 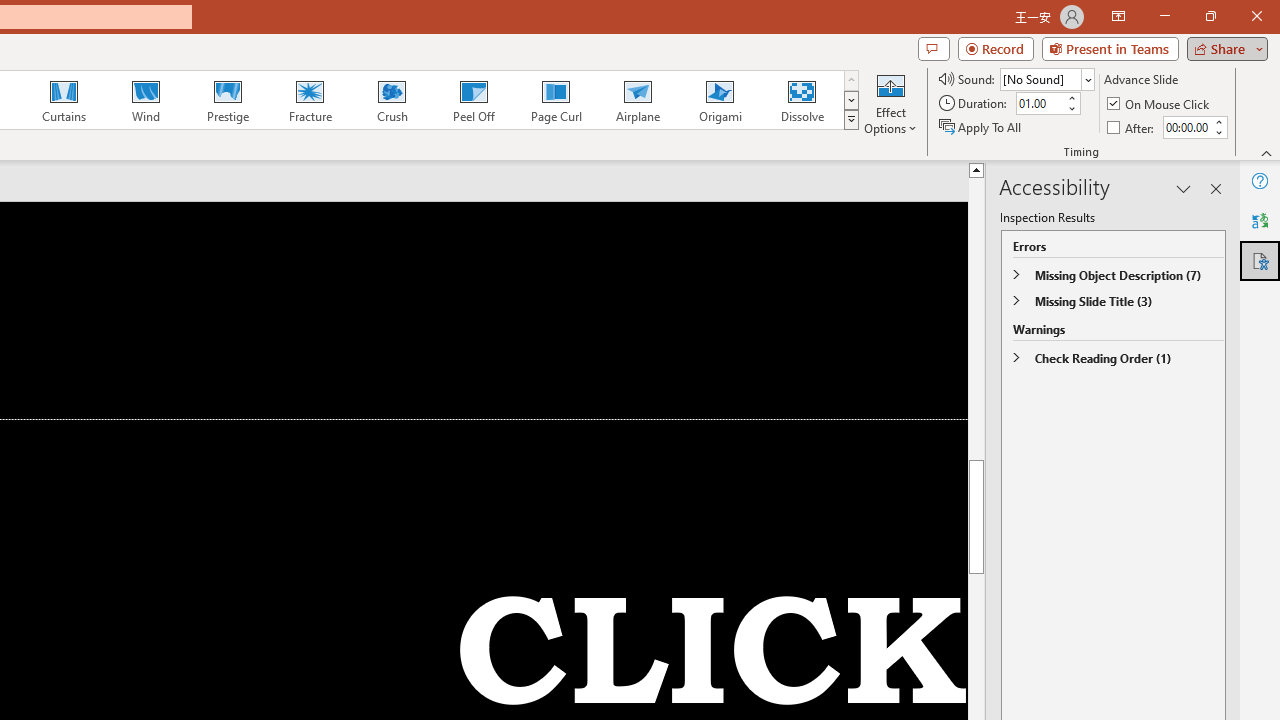 I want to click on 'Origami', so click(x=720, y=100).